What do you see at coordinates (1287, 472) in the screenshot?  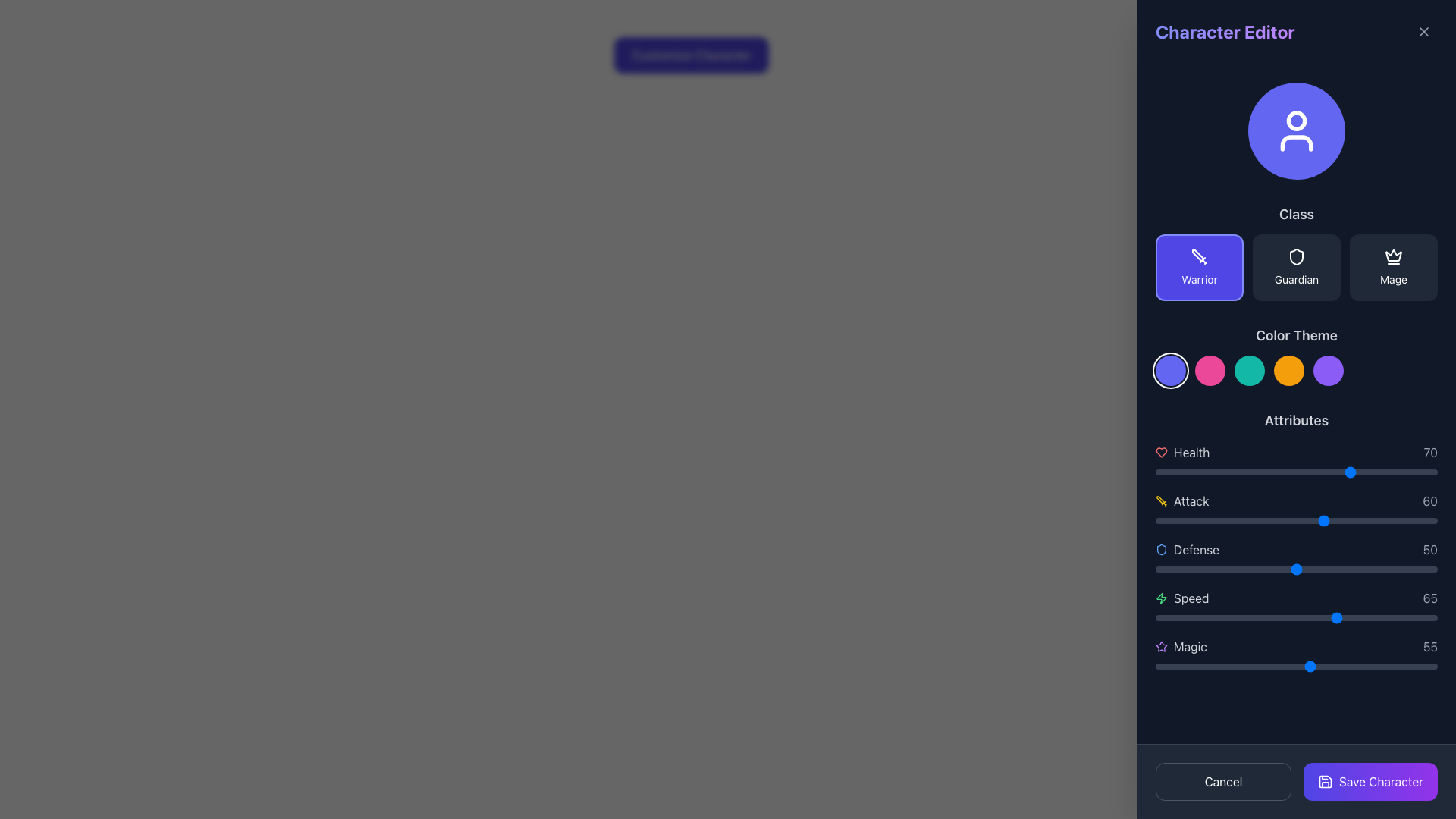 I see `health value` at bounding box center [1287, 472].